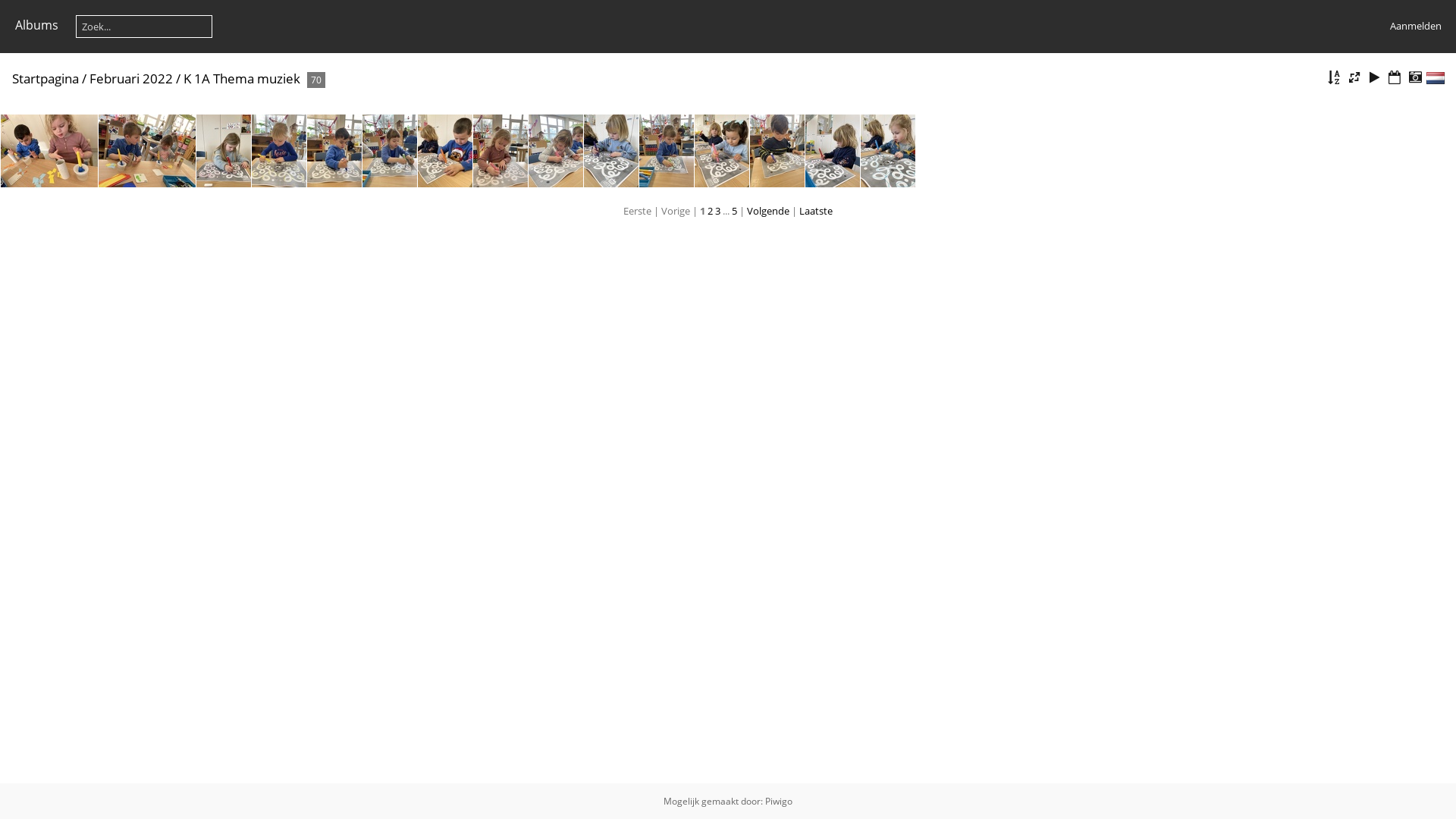  What do you see at coordinates (734, 210) in the screenshot?
I see `'5'` at bounding box center [734, 210].